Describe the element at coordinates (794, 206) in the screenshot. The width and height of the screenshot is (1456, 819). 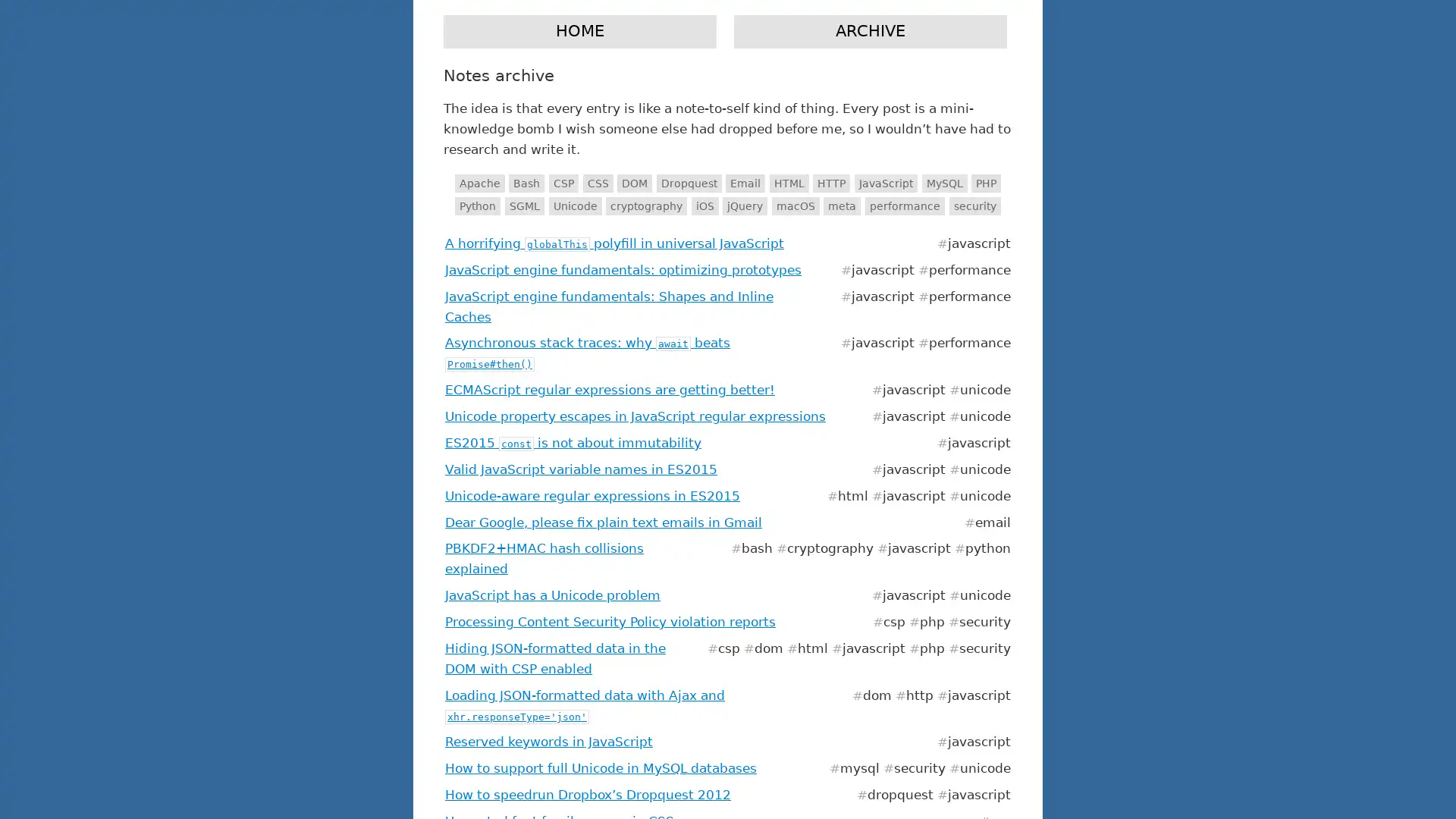
I see `macOS` at that location.